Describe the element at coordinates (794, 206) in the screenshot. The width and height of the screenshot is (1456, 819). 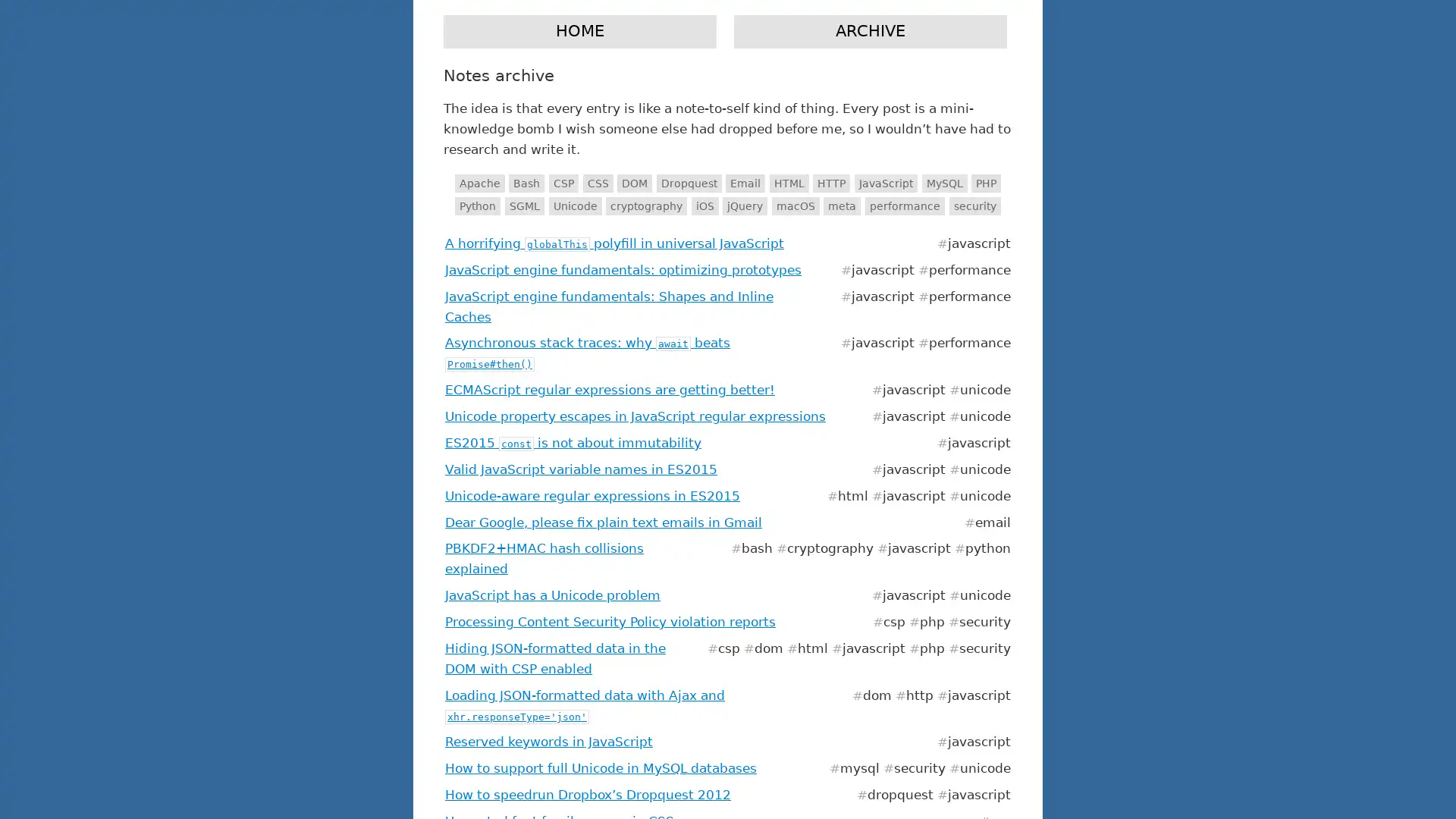
I see `macOS` at that location.